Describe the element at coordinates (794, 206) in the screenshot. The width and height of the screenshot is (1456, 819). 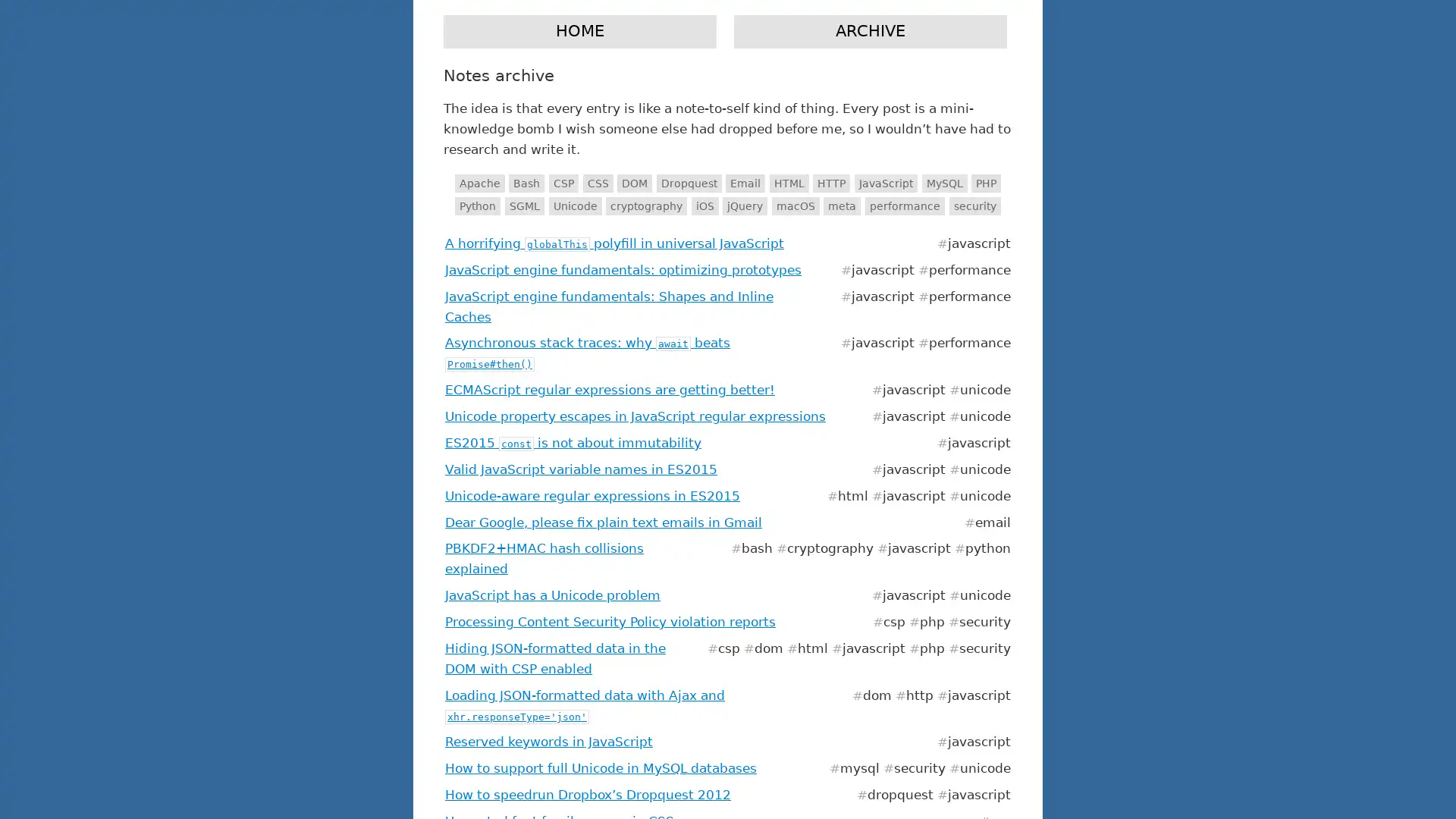
I see `macOS` at that location.